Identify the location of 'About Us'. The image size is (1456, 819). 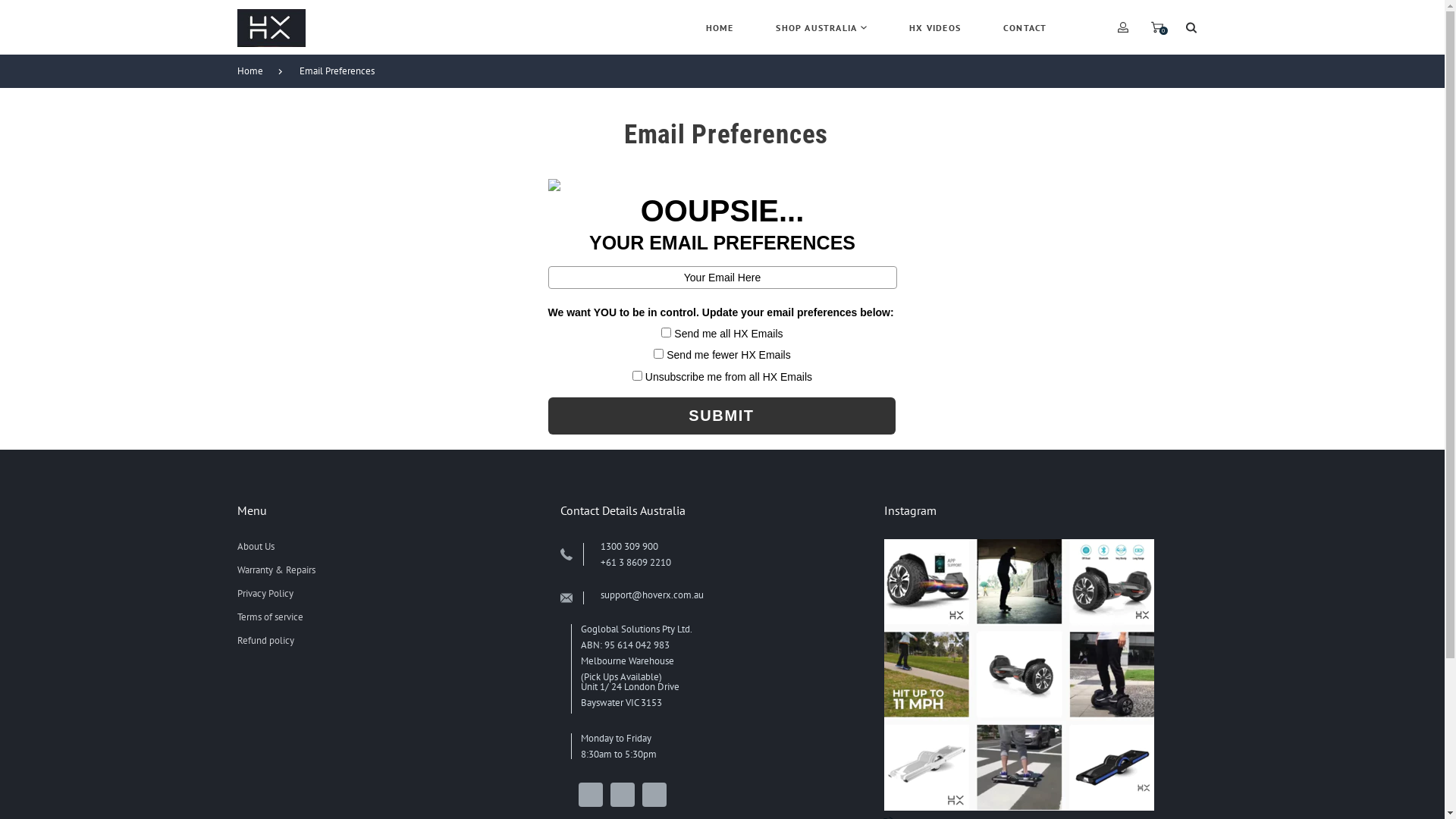
(255, 546).